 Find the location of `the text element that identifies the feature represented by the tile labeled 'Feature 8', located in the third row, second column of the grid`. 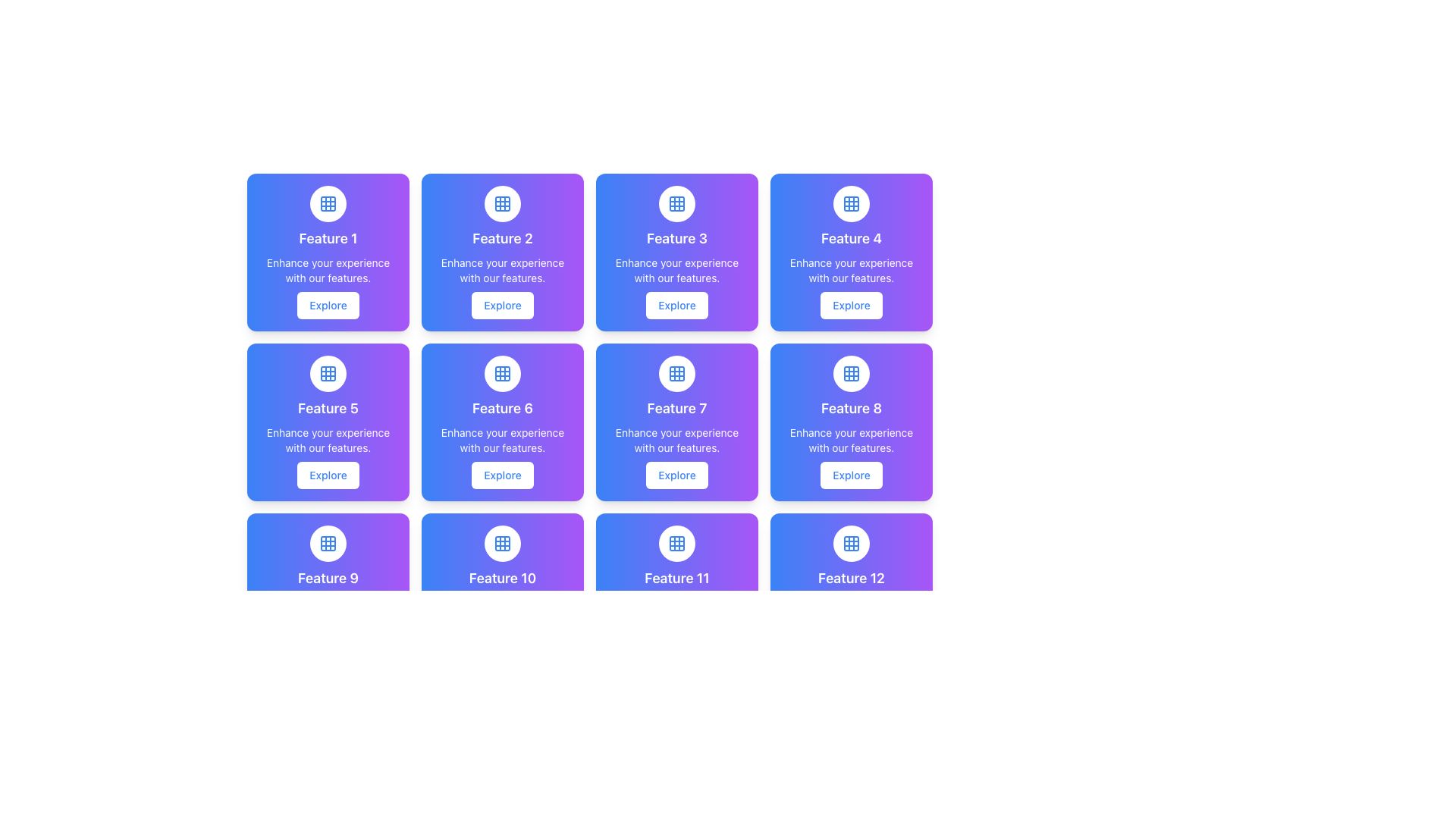

the text element that identifies the feature represented by the tile labeled 'Feature 8', located in the third row, second column of the grid is located at coordinates (852, 408).